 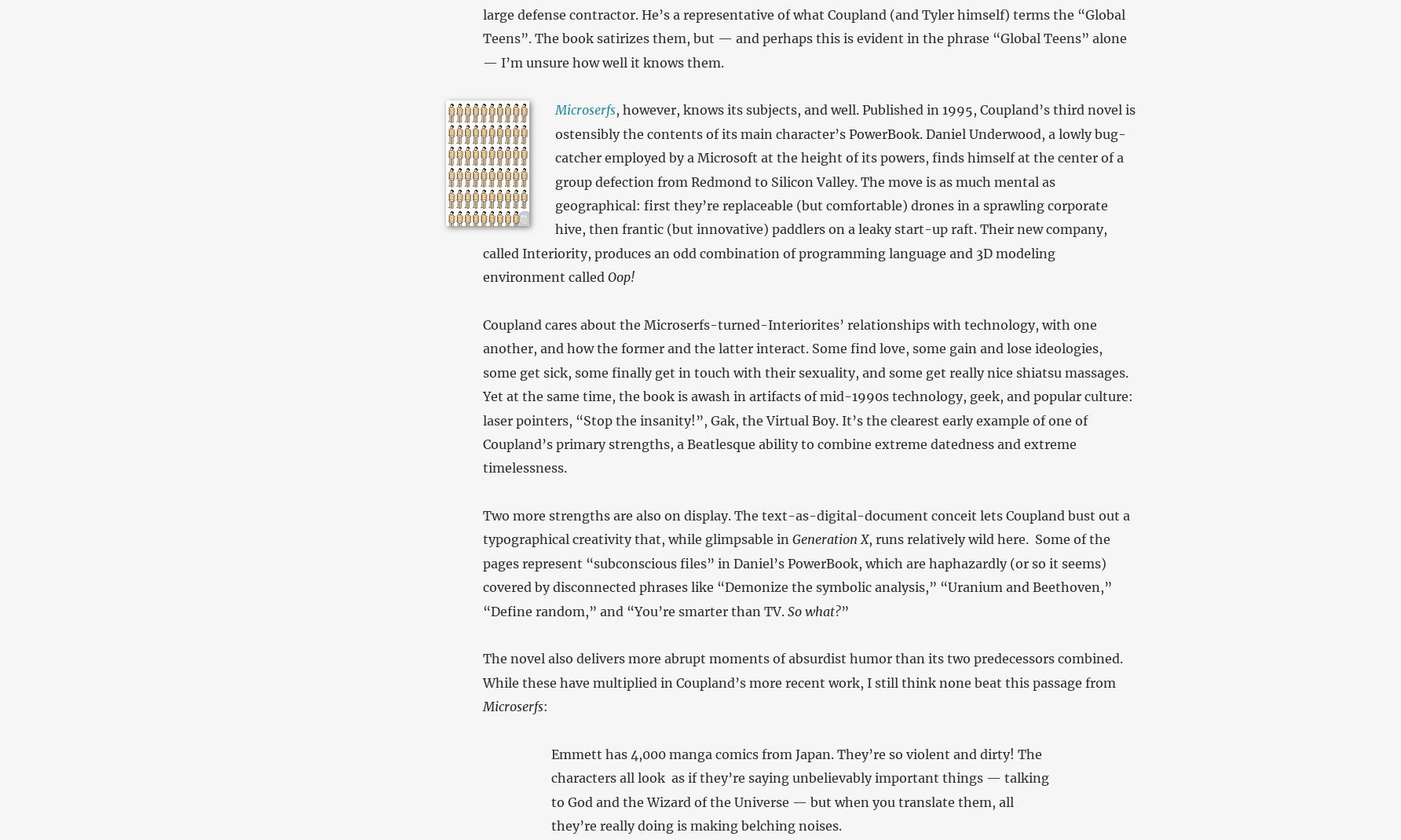 I want to click on 'The novel also delivers more abrupt moments of absurdist humor than its two predecessors combined. While these have multiplied in Coupland’s more recent work, I still think none beat this passage from', so click(x=801, y=670).